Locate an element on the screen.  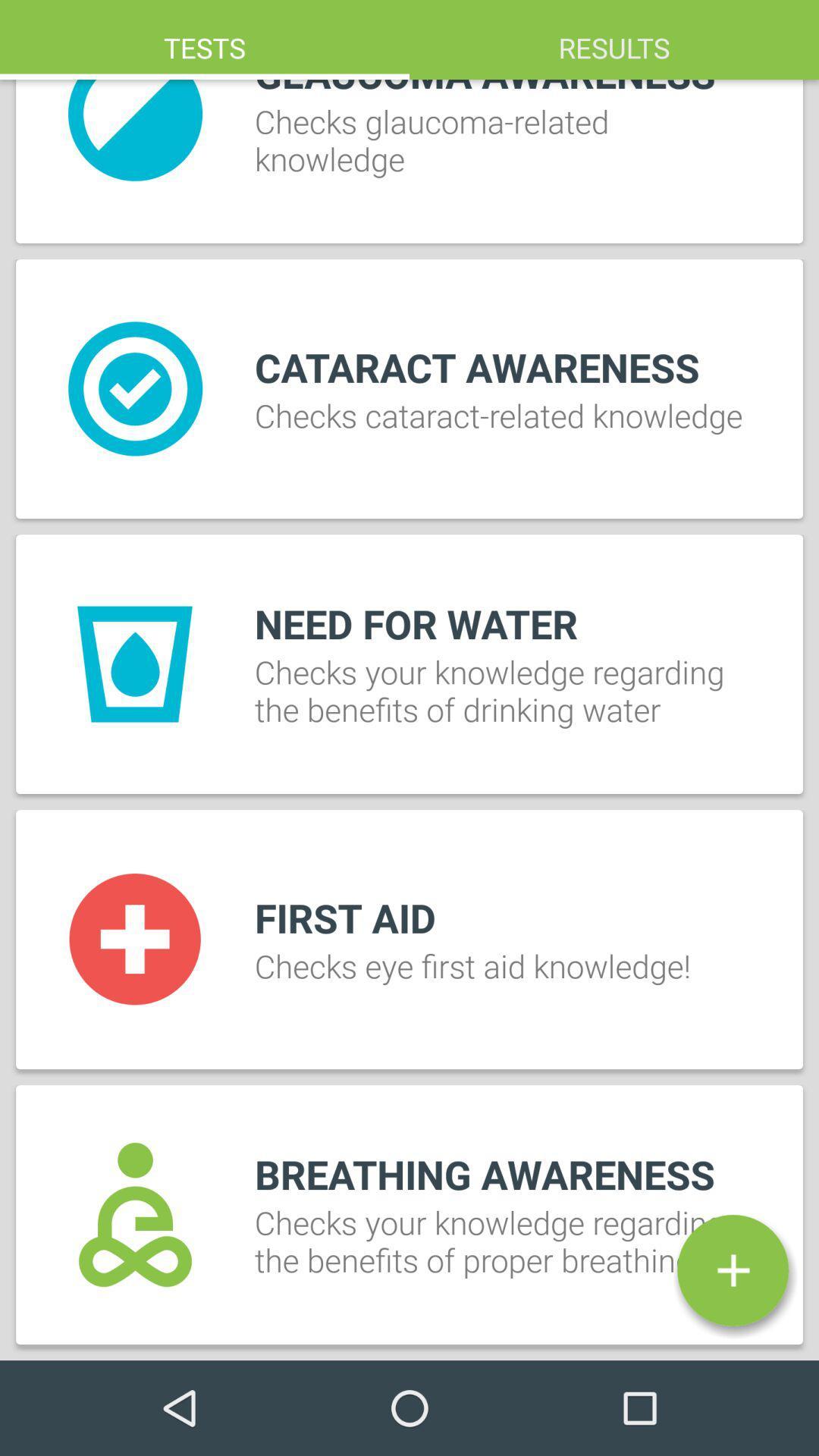
test is located at coordinates (732, 1270).